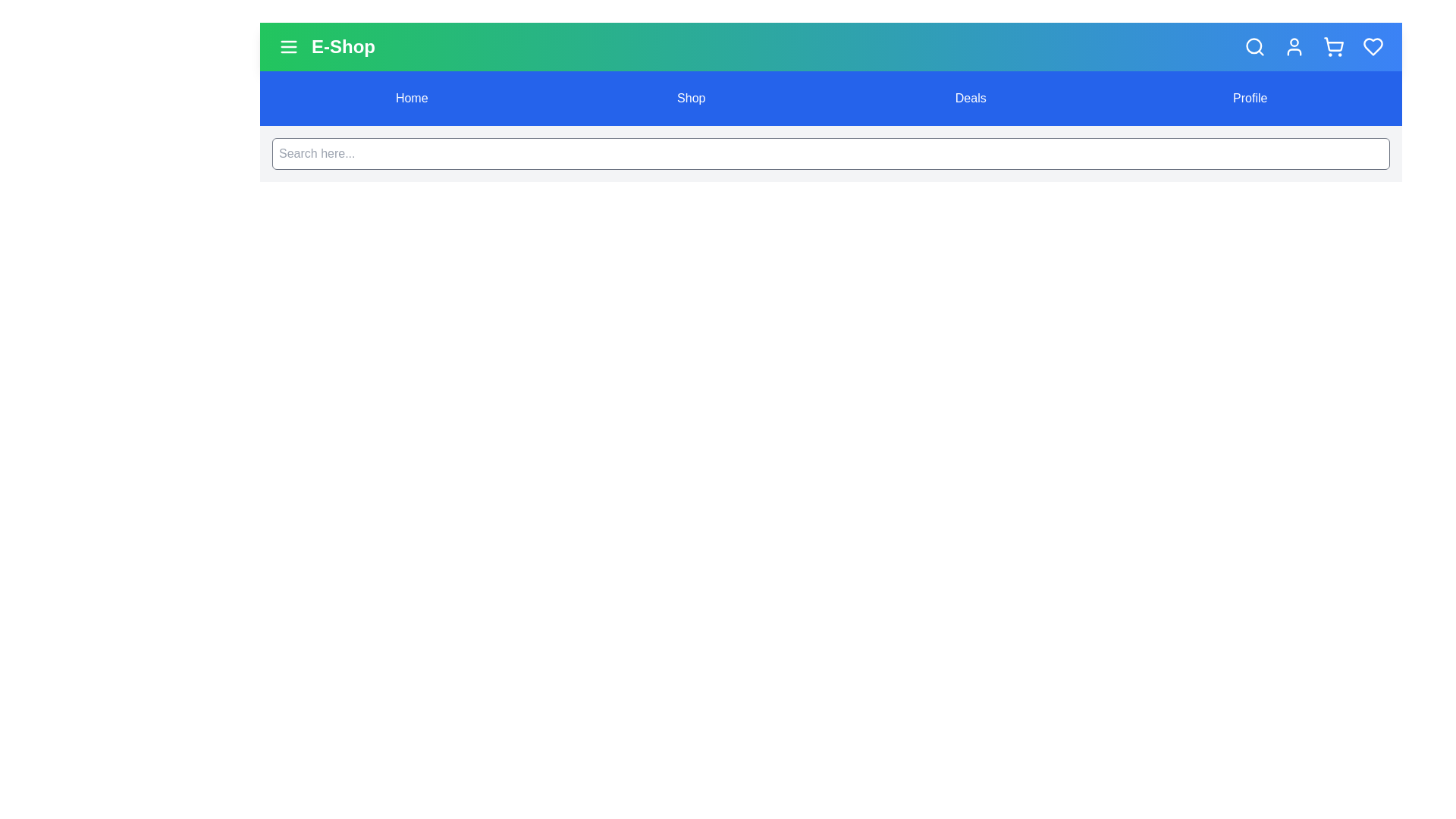  Describe the element at coordinates (411, 99) in the screenshot. I see `the menu option Home to navigate to the respective section` at that location.